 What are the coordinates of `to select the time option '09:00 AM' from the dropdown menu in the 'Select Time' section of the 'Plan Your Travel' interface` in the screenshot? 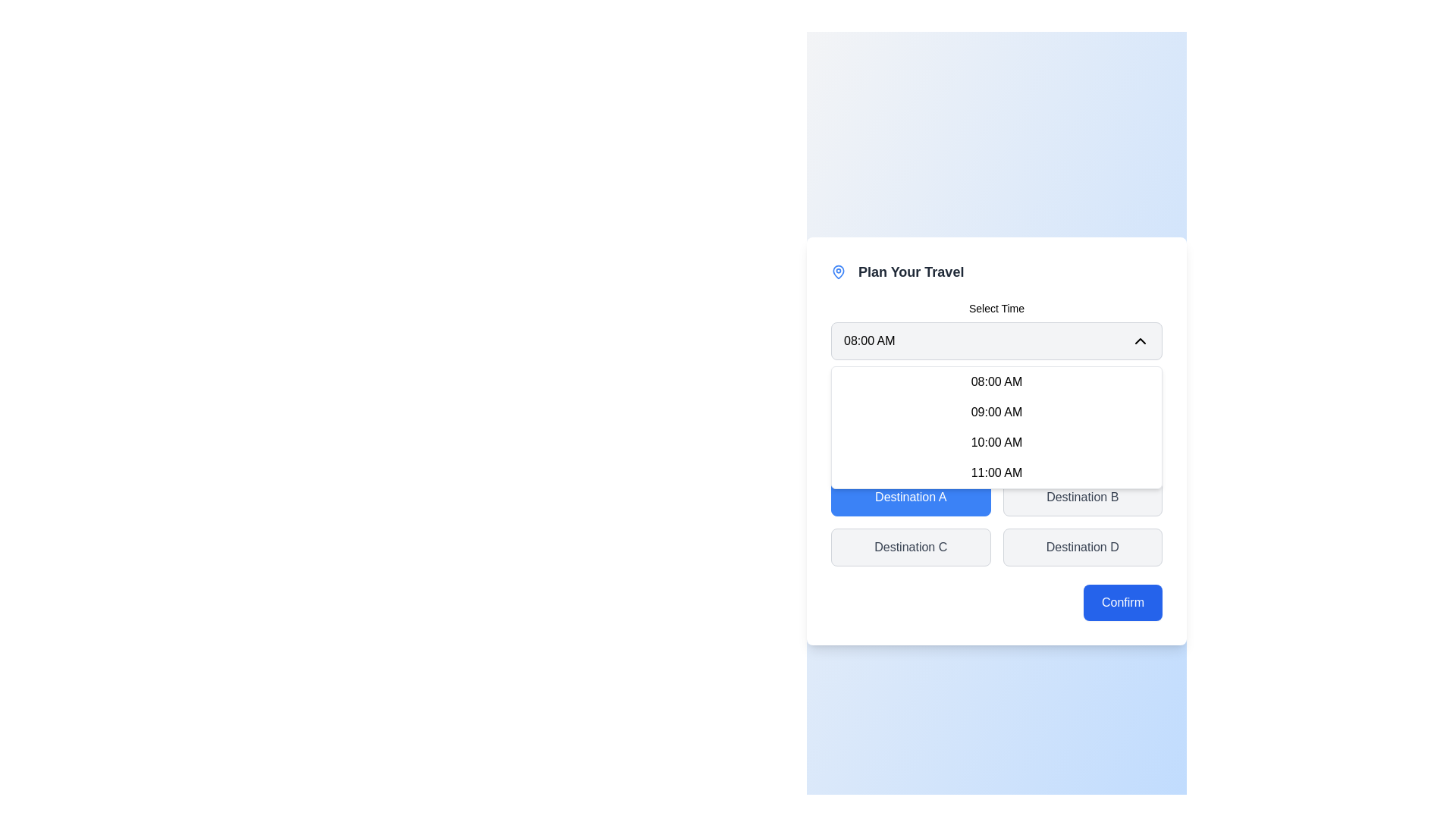 It's located at (996, 408).